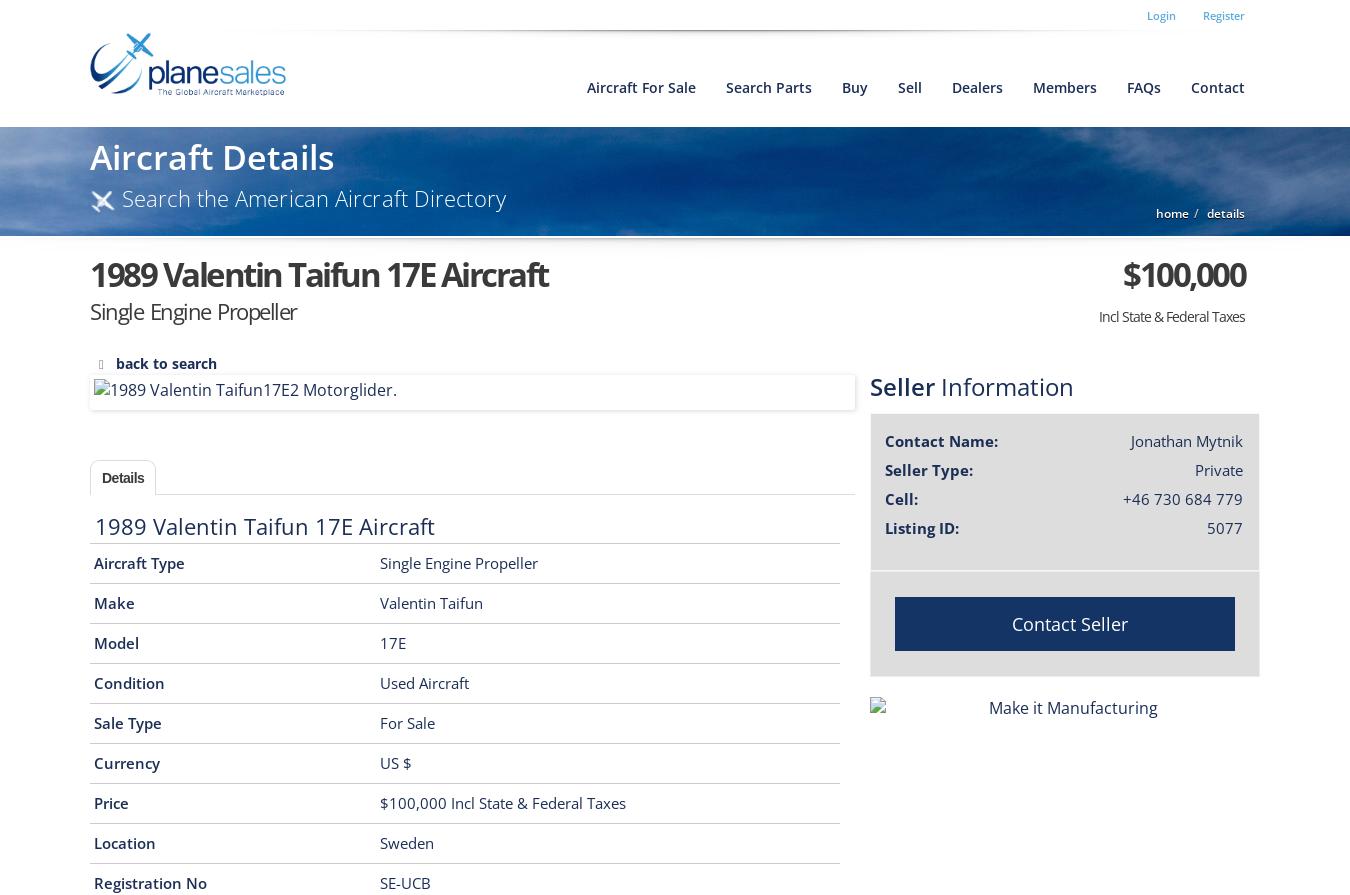 This screenshot has width=1350, height=895. I want to click on 'Currency', so click(92, 761).